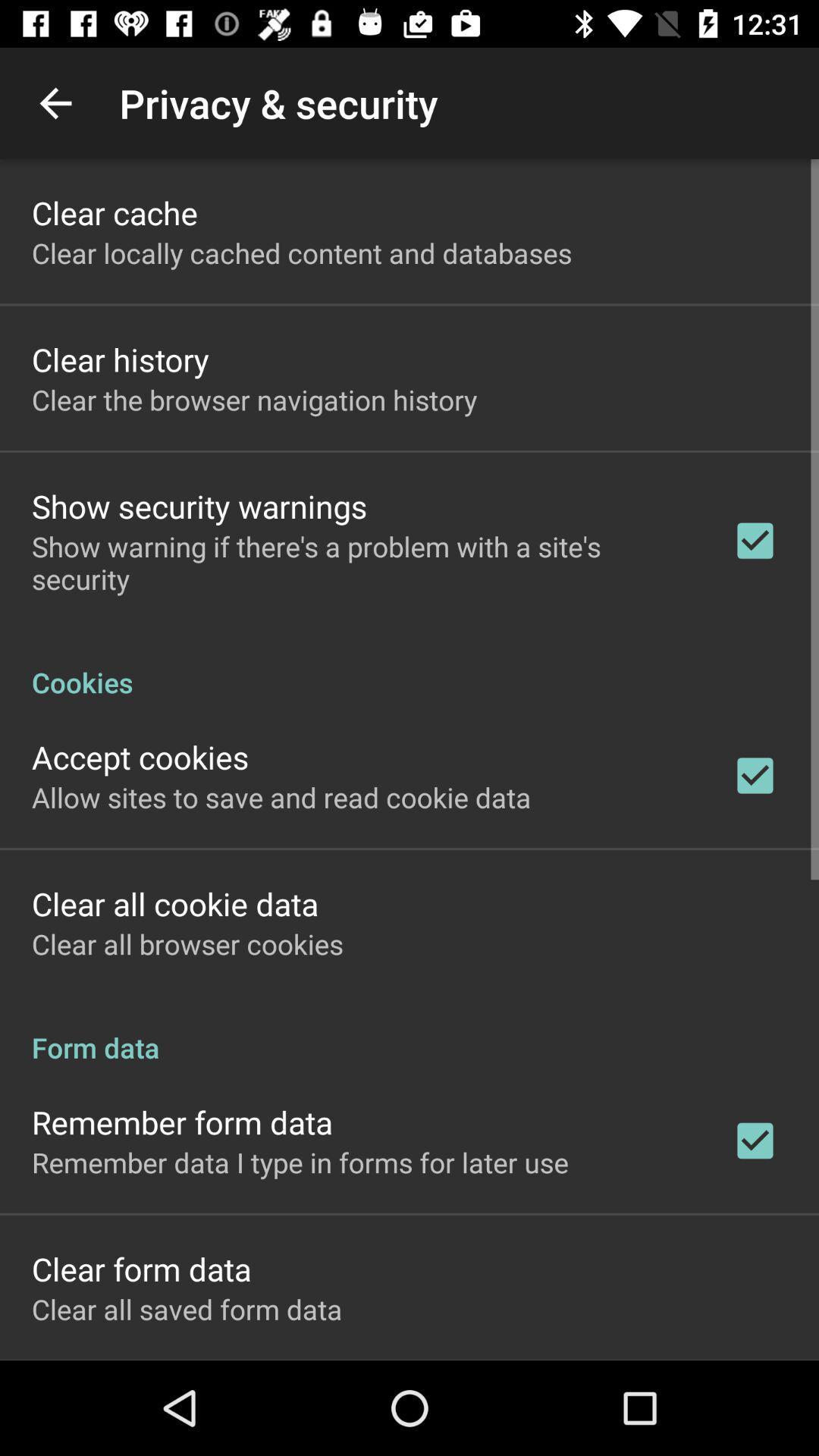 The width and height of the screenshot is (819, 1456). Describe the element at coordinates (140, 757) in the screenshot. I see `item above allow sites to icon` at that location.